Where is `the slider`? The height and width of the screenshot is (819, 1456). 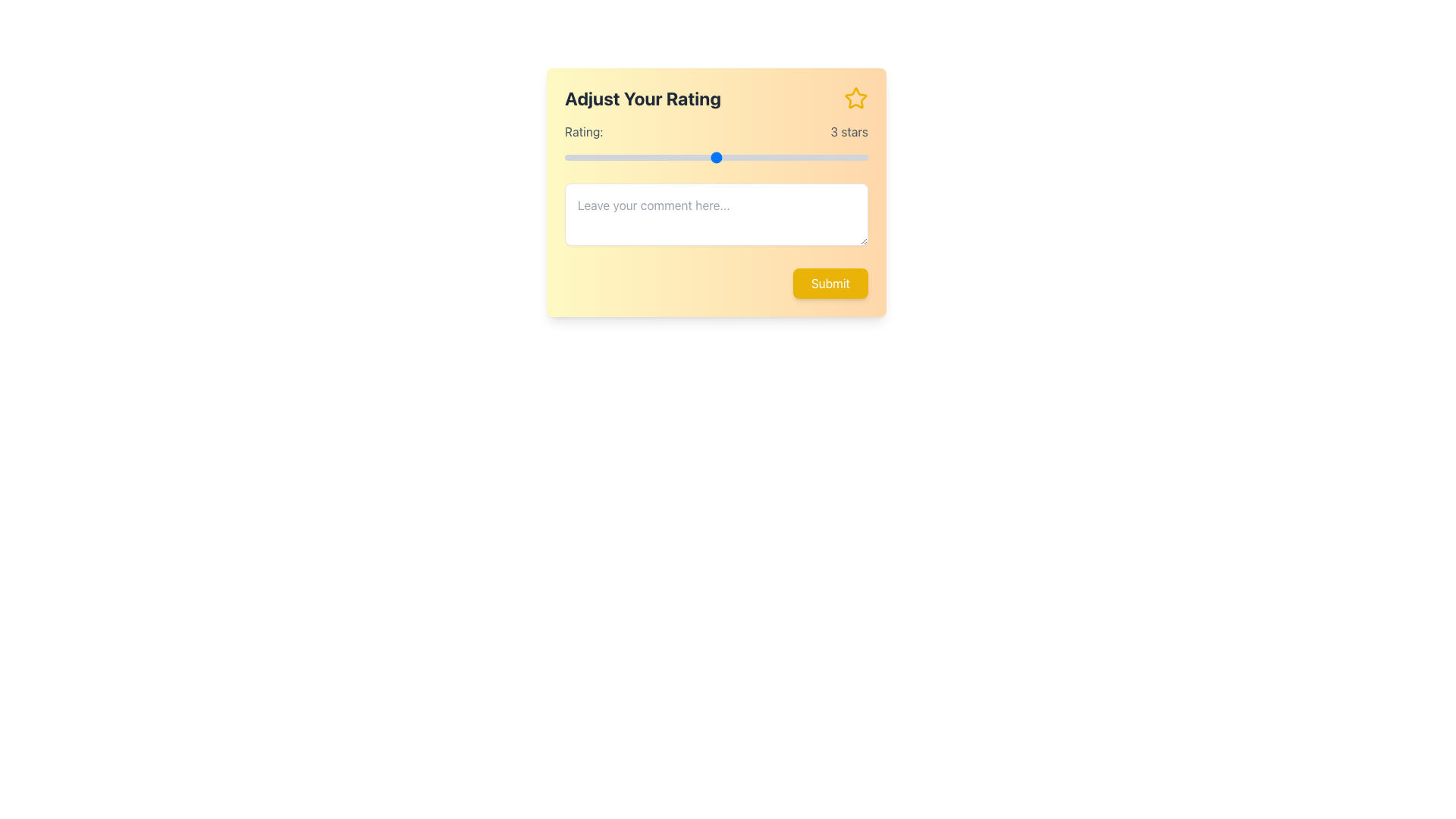
the slider is located at coordinates (640, 158).